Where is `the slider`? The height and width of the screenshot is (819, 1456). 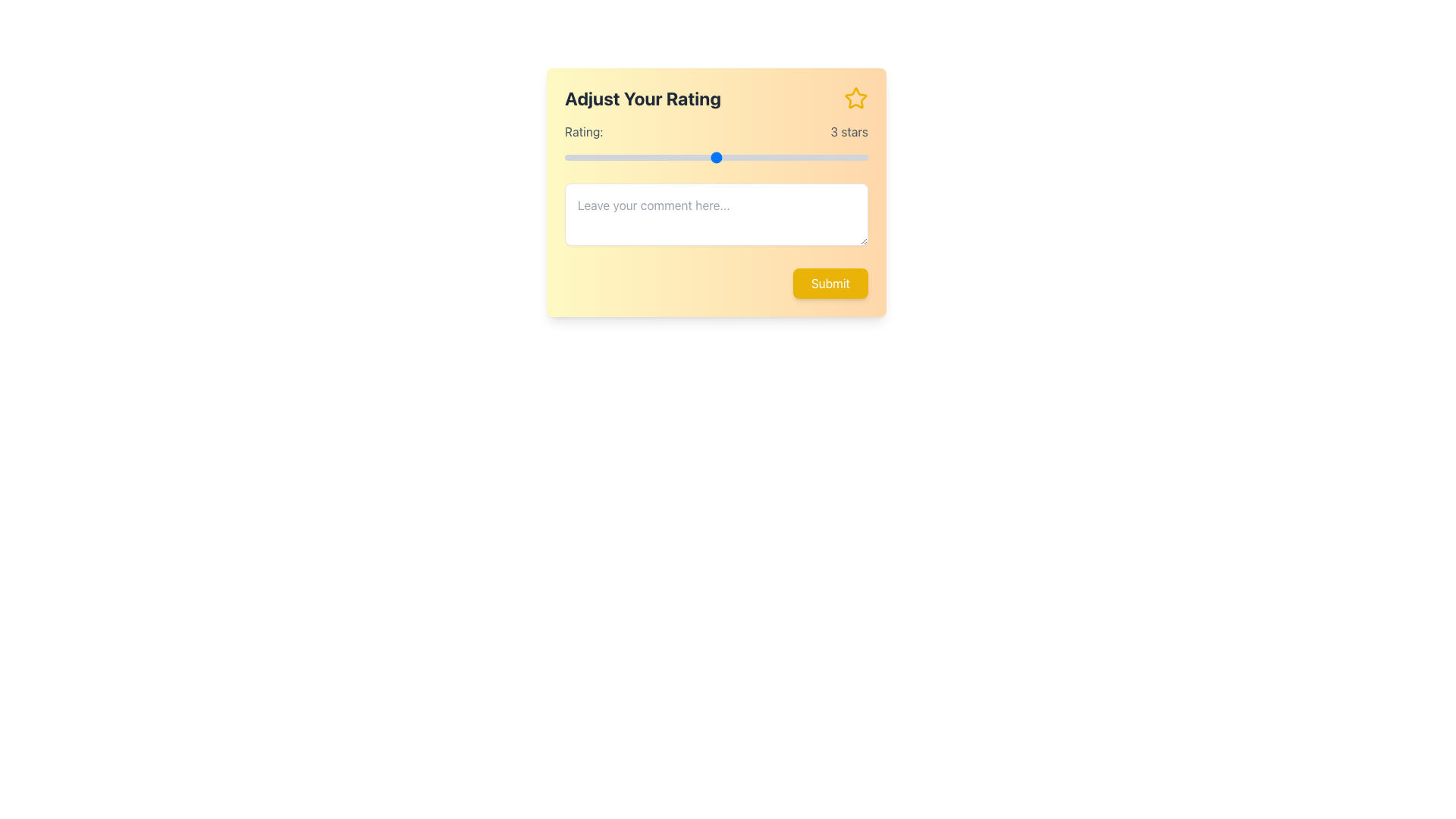
the slider is located at coordinates (640, 158).